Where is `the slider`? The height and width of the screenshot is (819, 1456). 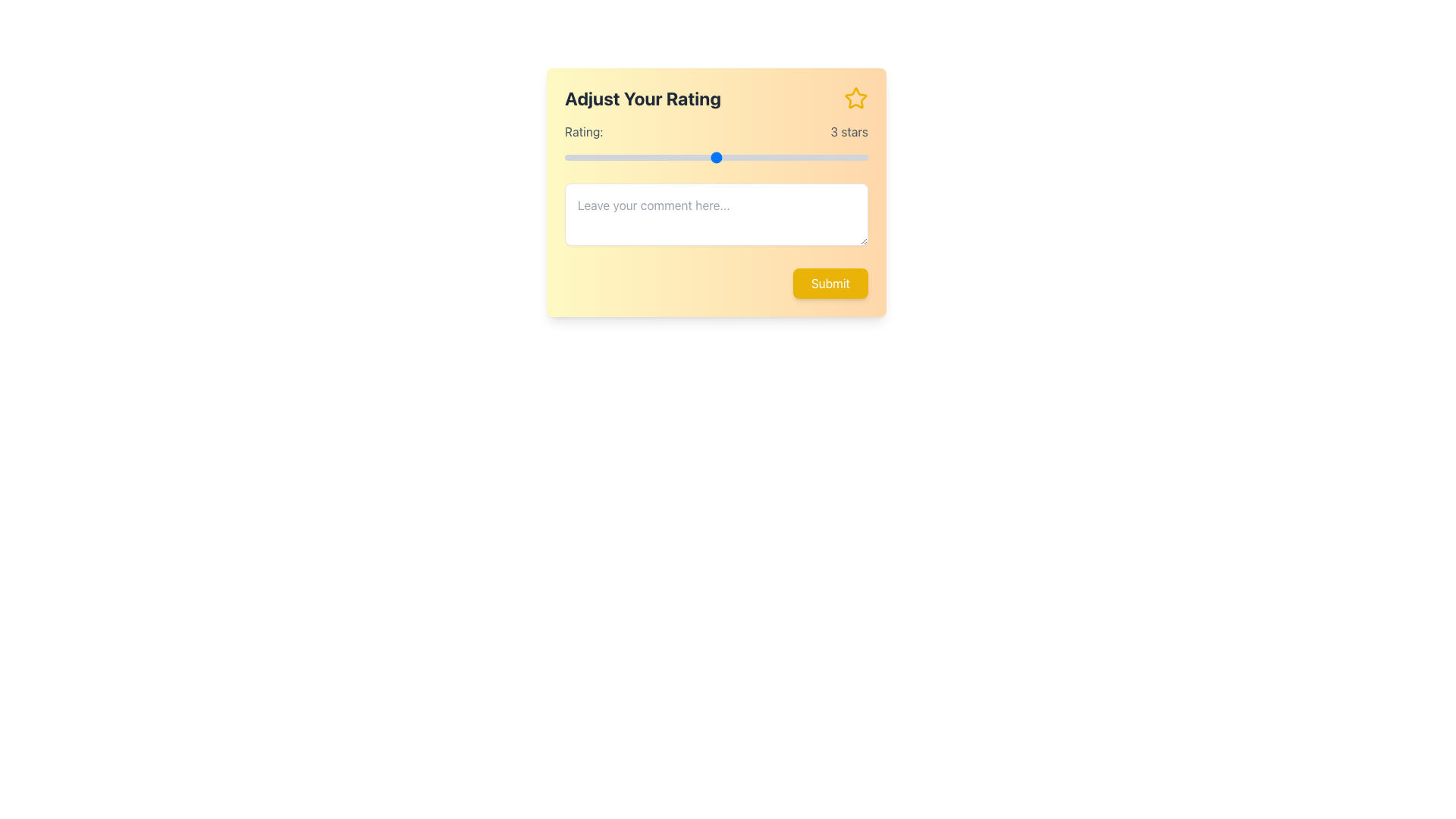
the slider is located at coordinates (640, 158).